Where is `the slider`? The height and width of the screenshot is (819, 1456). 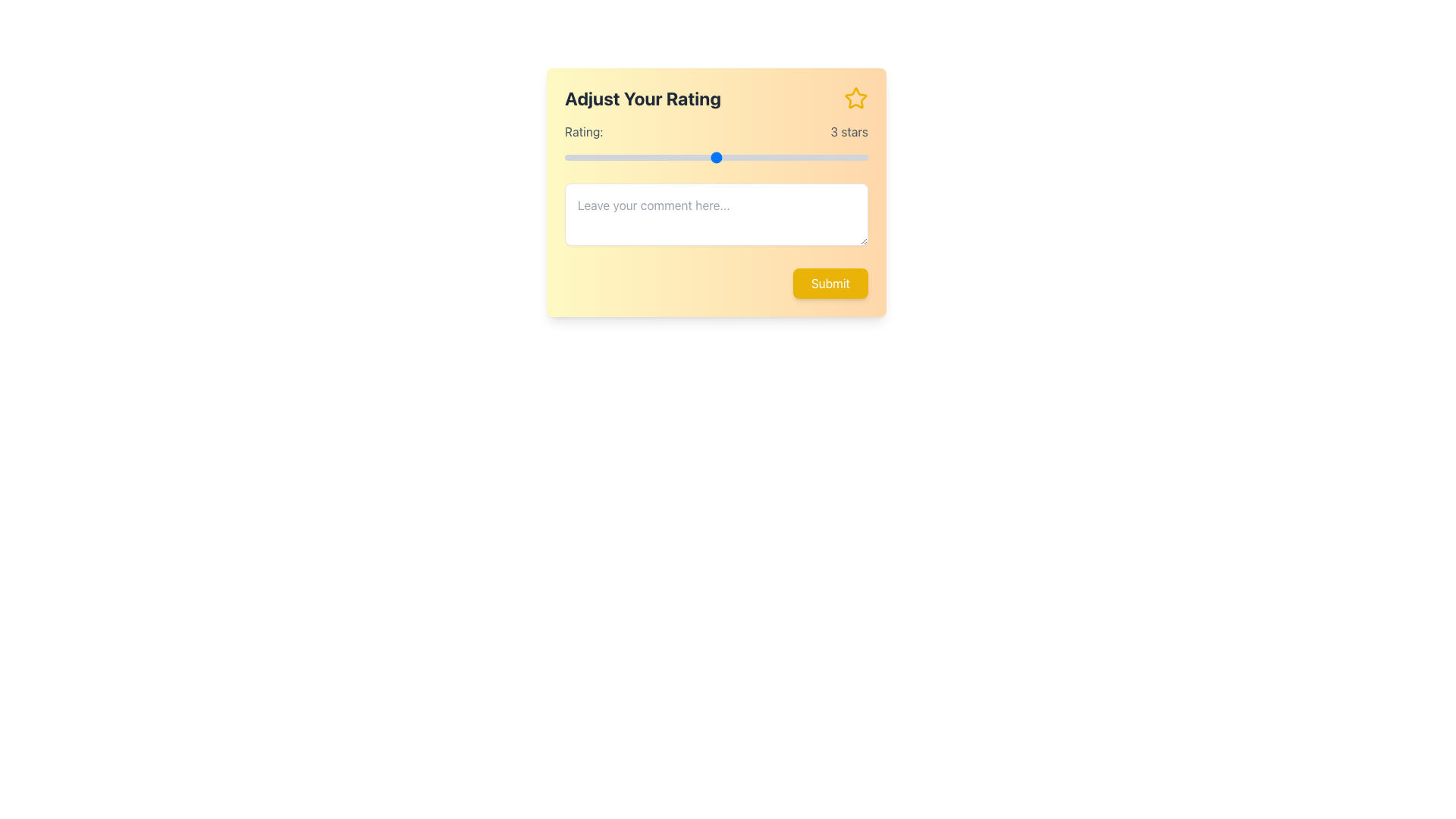
the slider is located at coordinates (640, 158).